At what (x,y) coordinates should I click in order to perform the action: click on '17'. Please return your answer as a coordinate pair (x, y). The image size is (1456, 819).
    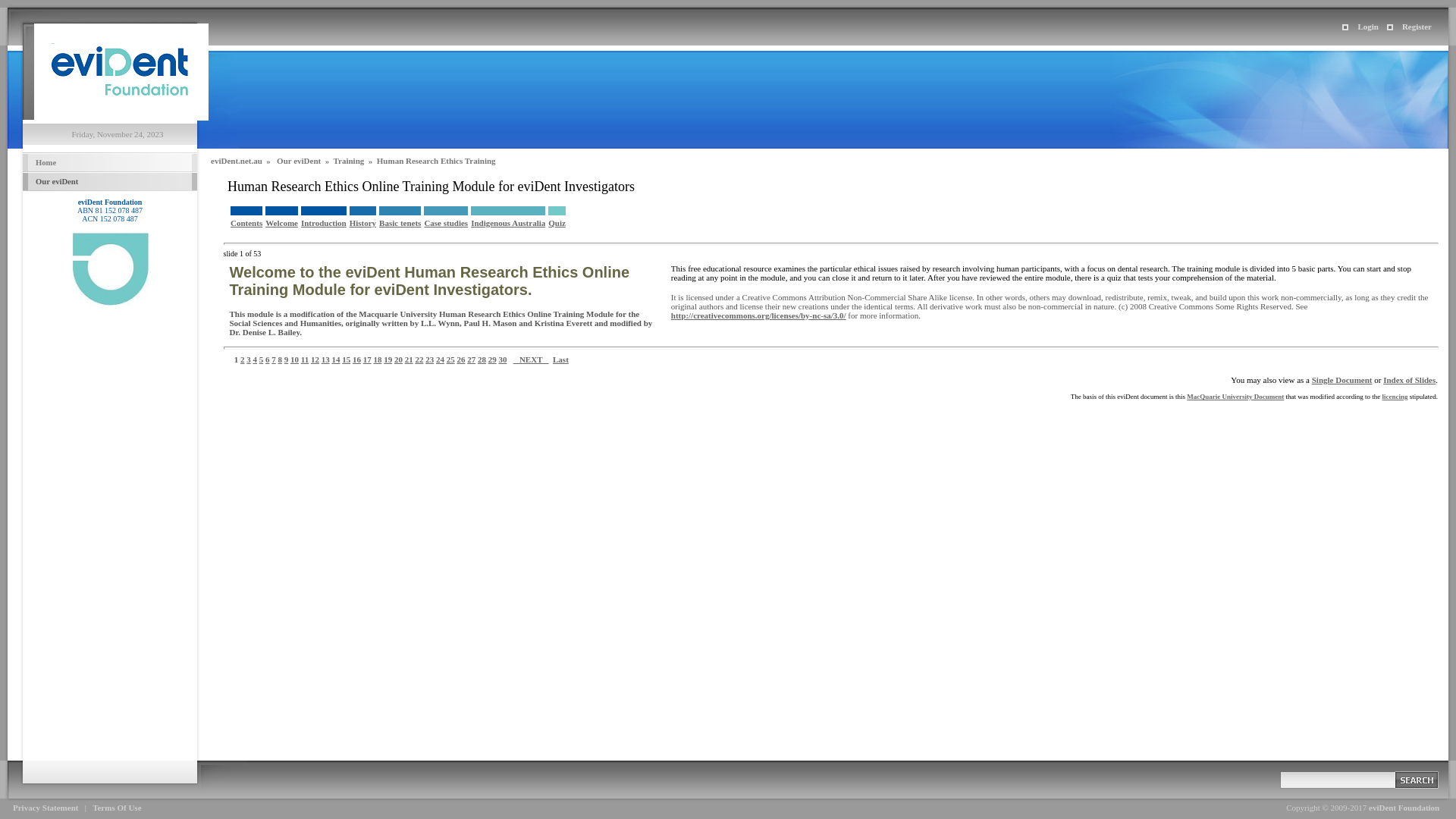
    Looking at the image, I should click on (367, 359).